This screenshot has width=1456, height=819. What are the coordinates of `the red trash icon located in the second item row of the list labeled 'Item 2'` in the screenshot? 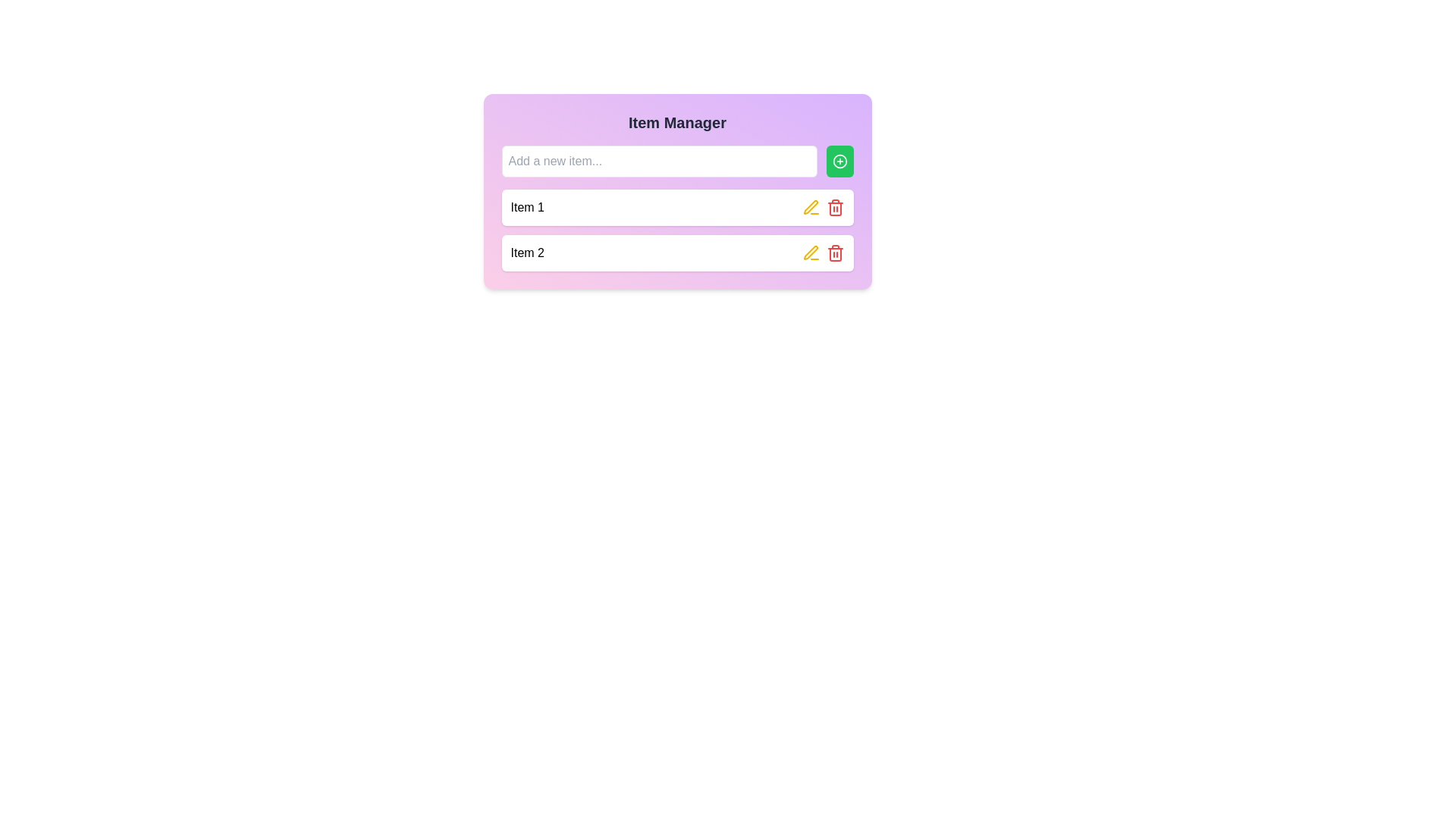 It's located at (834, 207).